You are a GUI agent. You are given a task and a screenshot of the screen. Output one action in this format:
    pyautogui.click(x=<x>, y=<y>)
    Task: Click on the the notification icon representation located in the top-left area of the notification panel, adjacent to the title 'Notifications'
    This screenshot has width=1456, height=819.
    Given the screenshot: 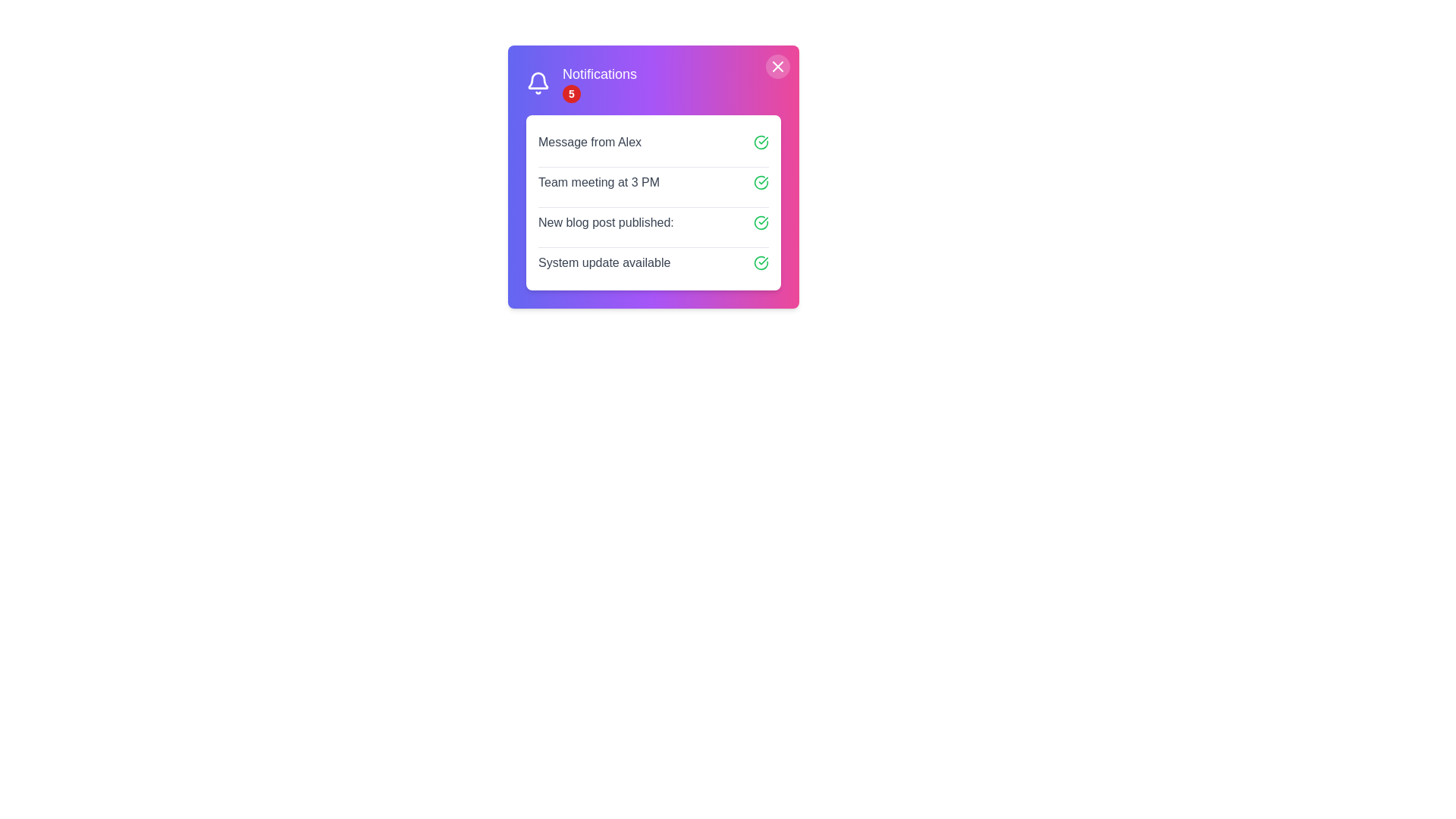 What is the action you would take?
    pyautogui.click(x=538, y=80)
    